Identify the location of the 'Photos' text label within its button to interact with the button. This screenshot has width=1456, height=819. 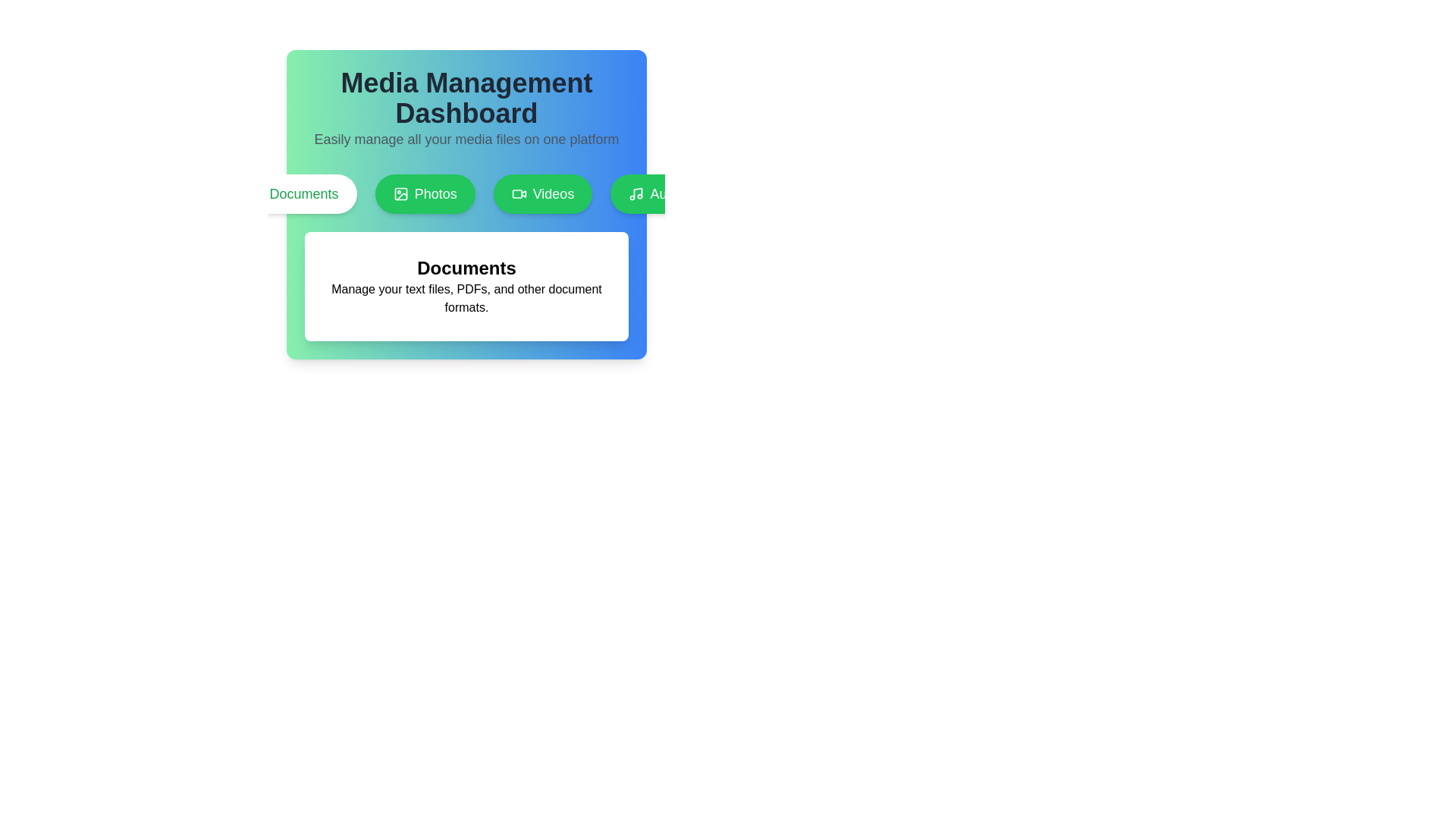
(435, 193).